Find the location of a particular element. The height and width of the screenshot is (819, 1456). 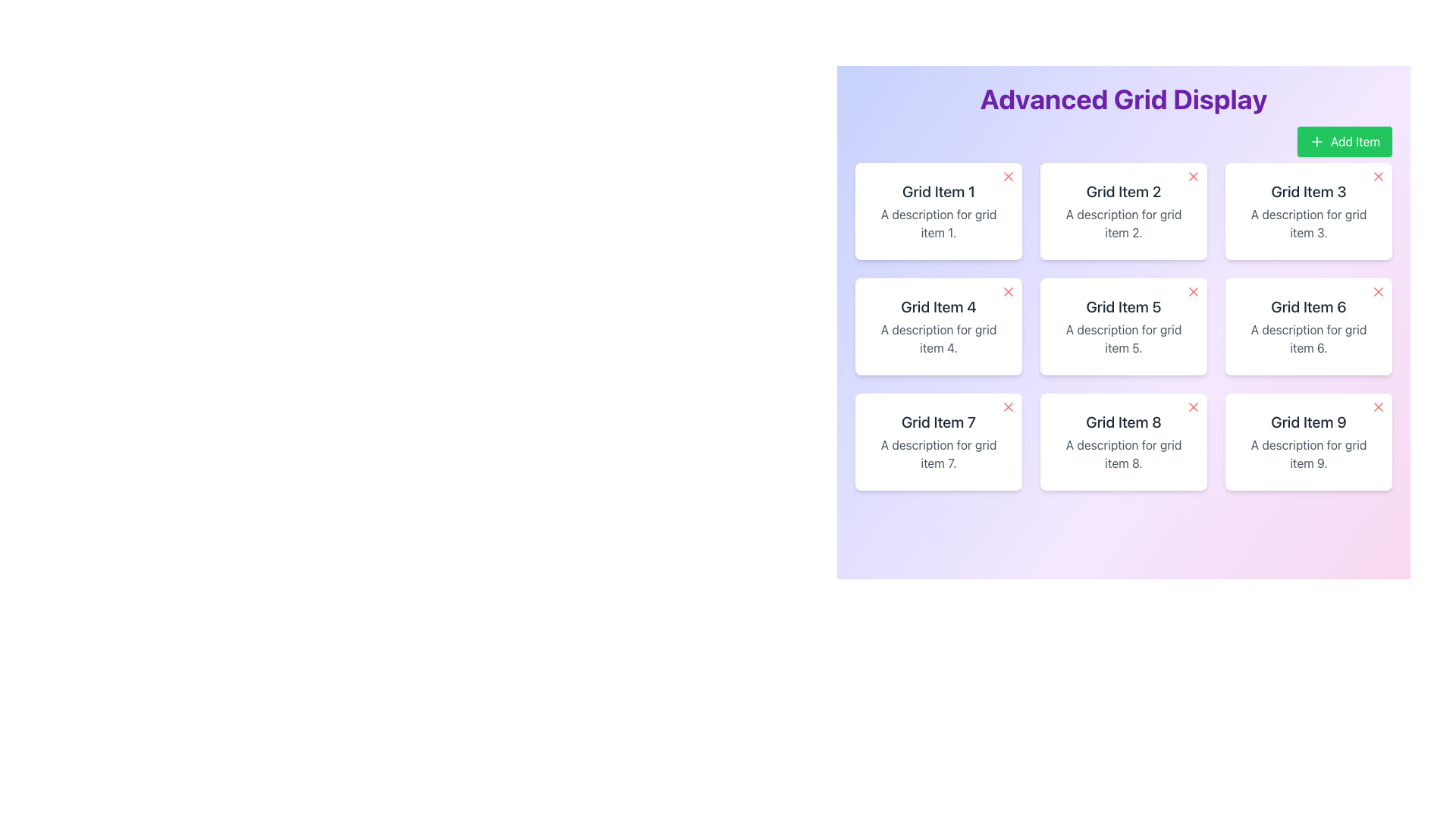

the close icon located in the top-right corner of the card labeled 'Grid Item 9' to initiate a close action is located at coordinates (1379, 406).